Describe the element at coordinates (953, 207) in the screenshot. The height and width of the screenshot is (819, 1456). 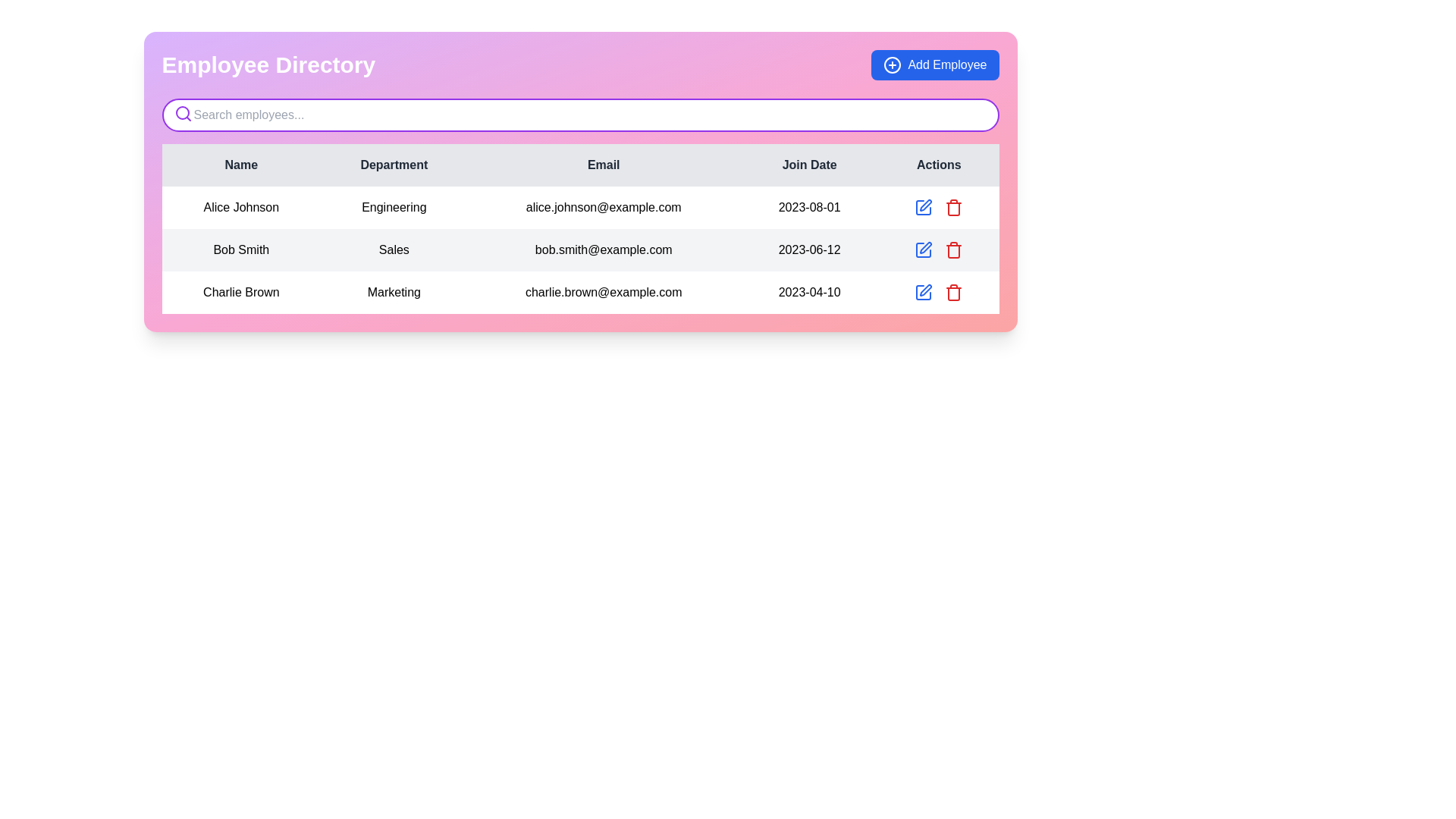
I see `the delete button in the 'Actions' column corresponding to 'Bob Smith' to change its color to a darker red` at that location.